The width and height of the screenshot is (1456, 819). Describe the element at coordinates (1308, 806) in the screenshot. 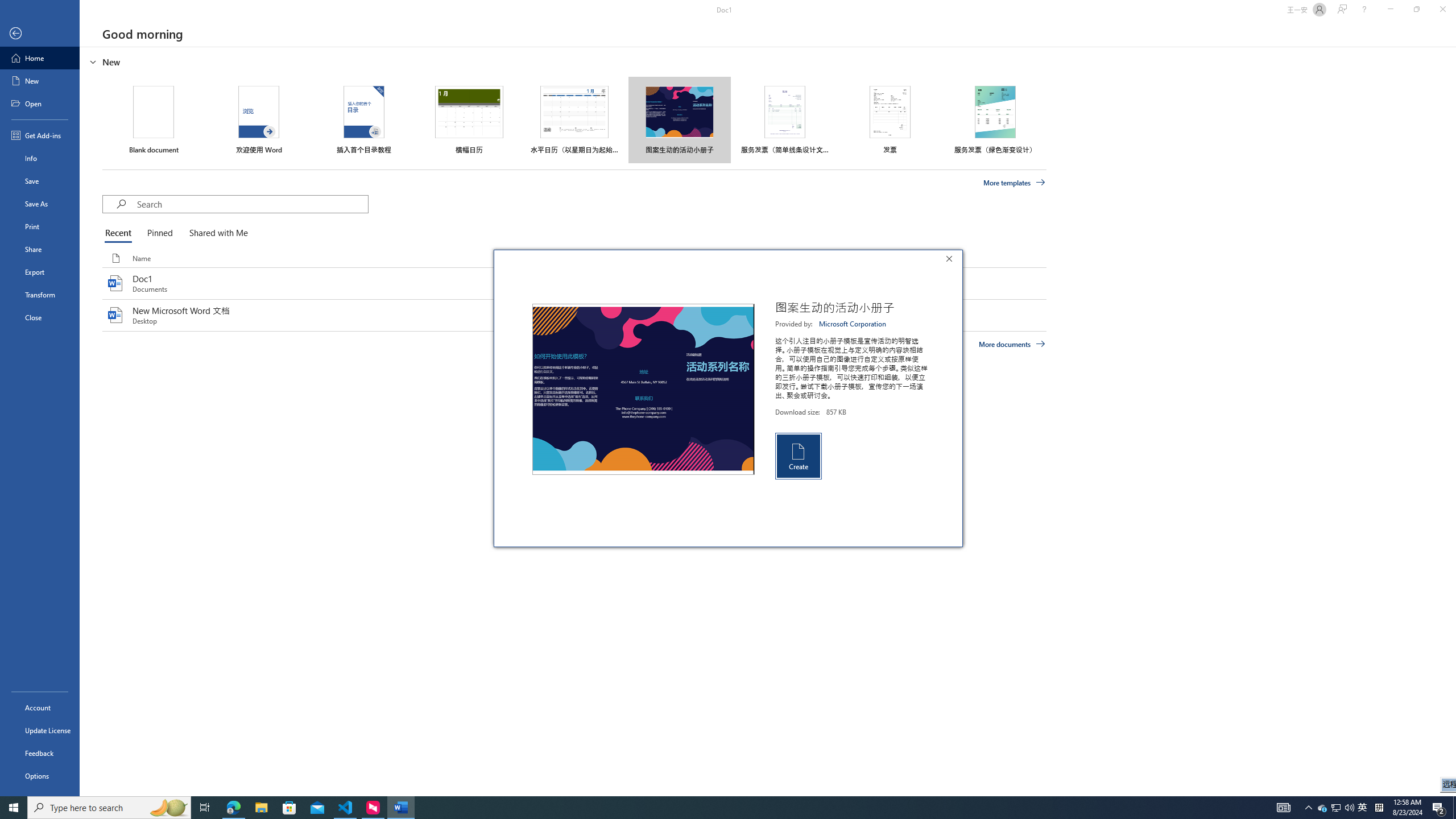

I see `'Notification Chevron'` at that location.